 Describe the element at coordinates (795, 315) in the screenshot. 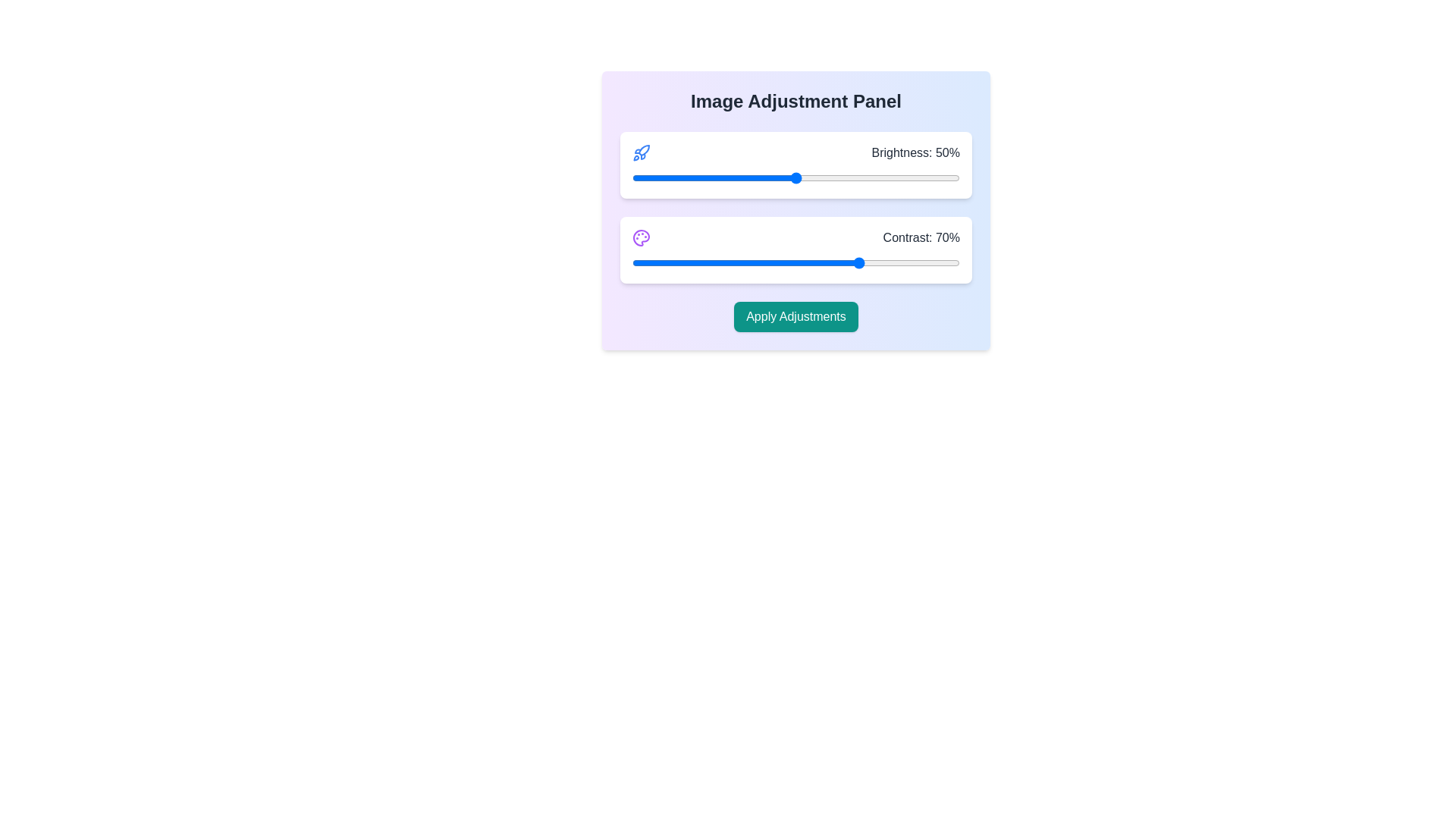

I see `the 'Apply Adjustments' button` at that location.